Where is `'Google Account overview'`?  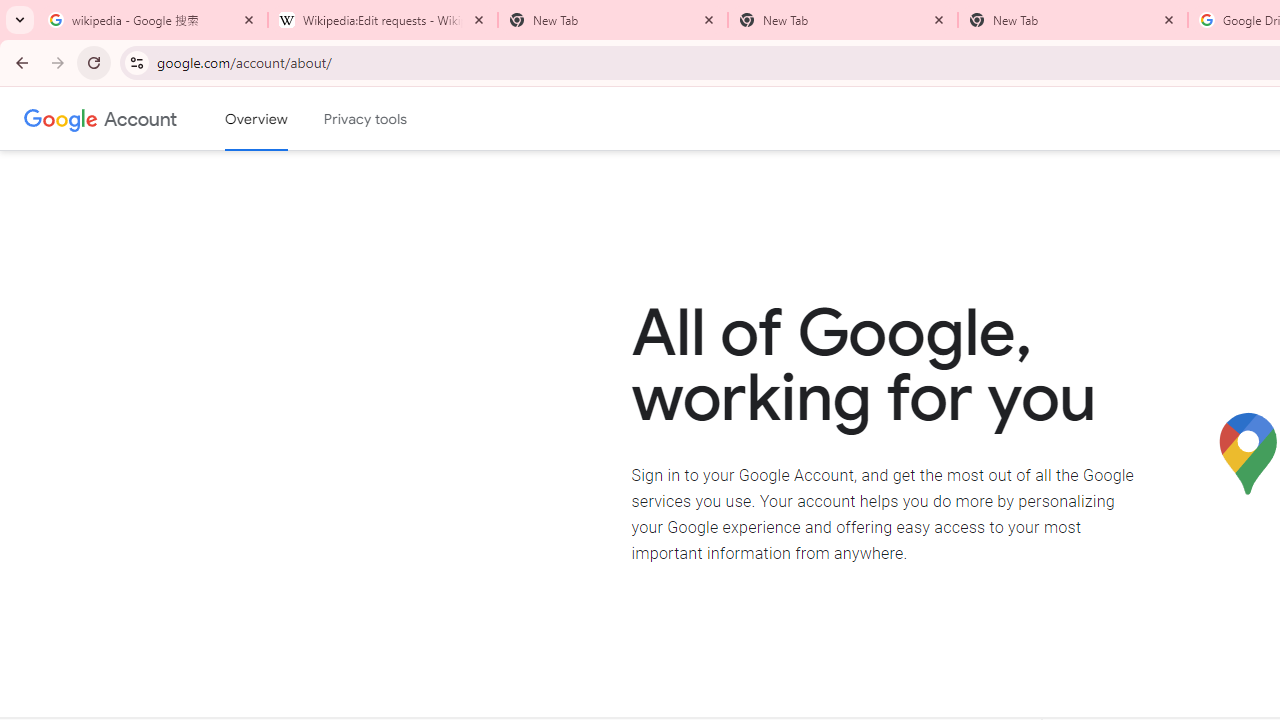 'Google Account overview' is located at coordinates (255, 119).